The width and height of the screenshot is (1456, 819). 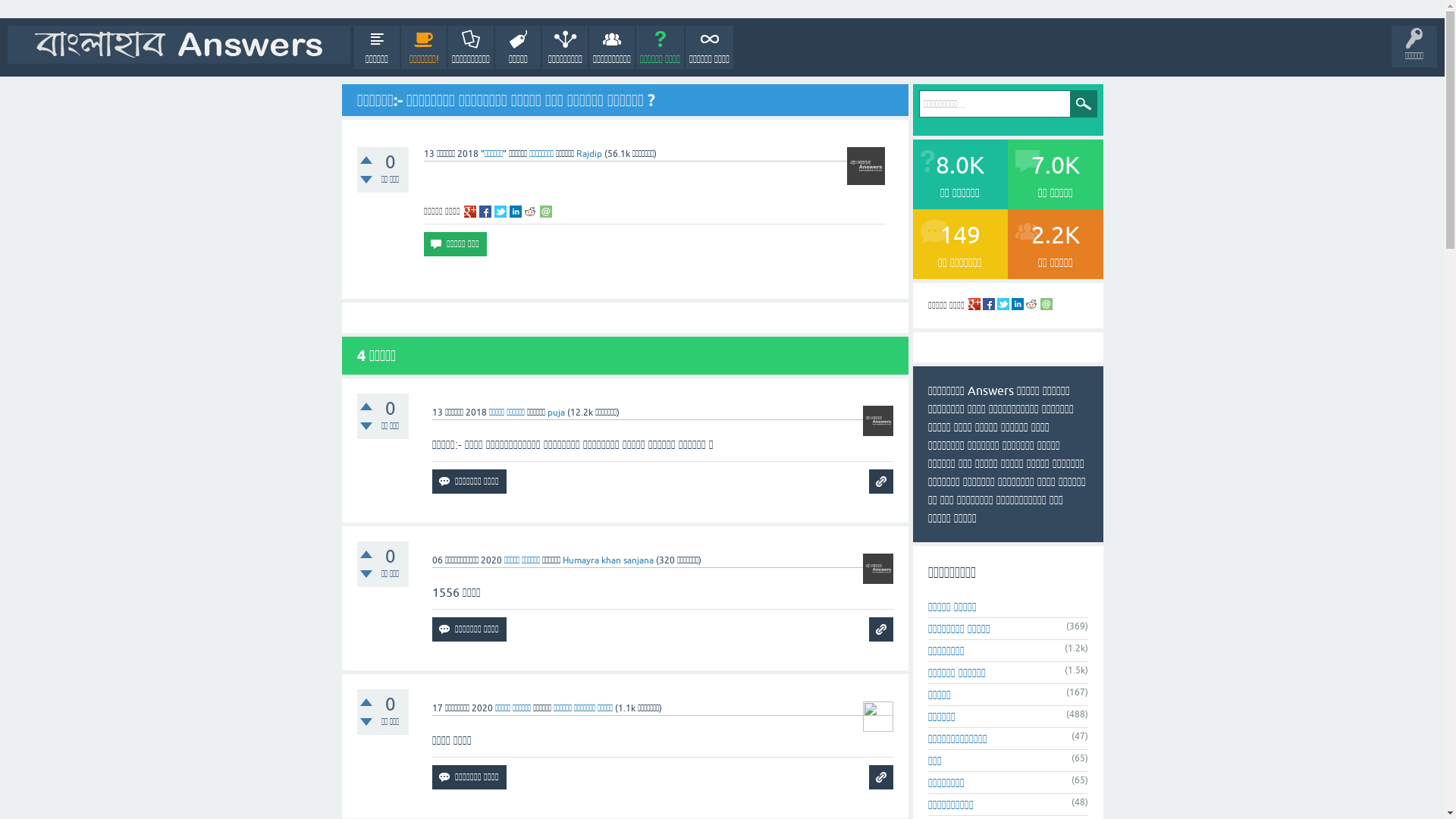 What do you see at coordinates (607, 560) in the screenshot?
I see `'Humayra khan sanjana'` at bounding box center [607, 560].